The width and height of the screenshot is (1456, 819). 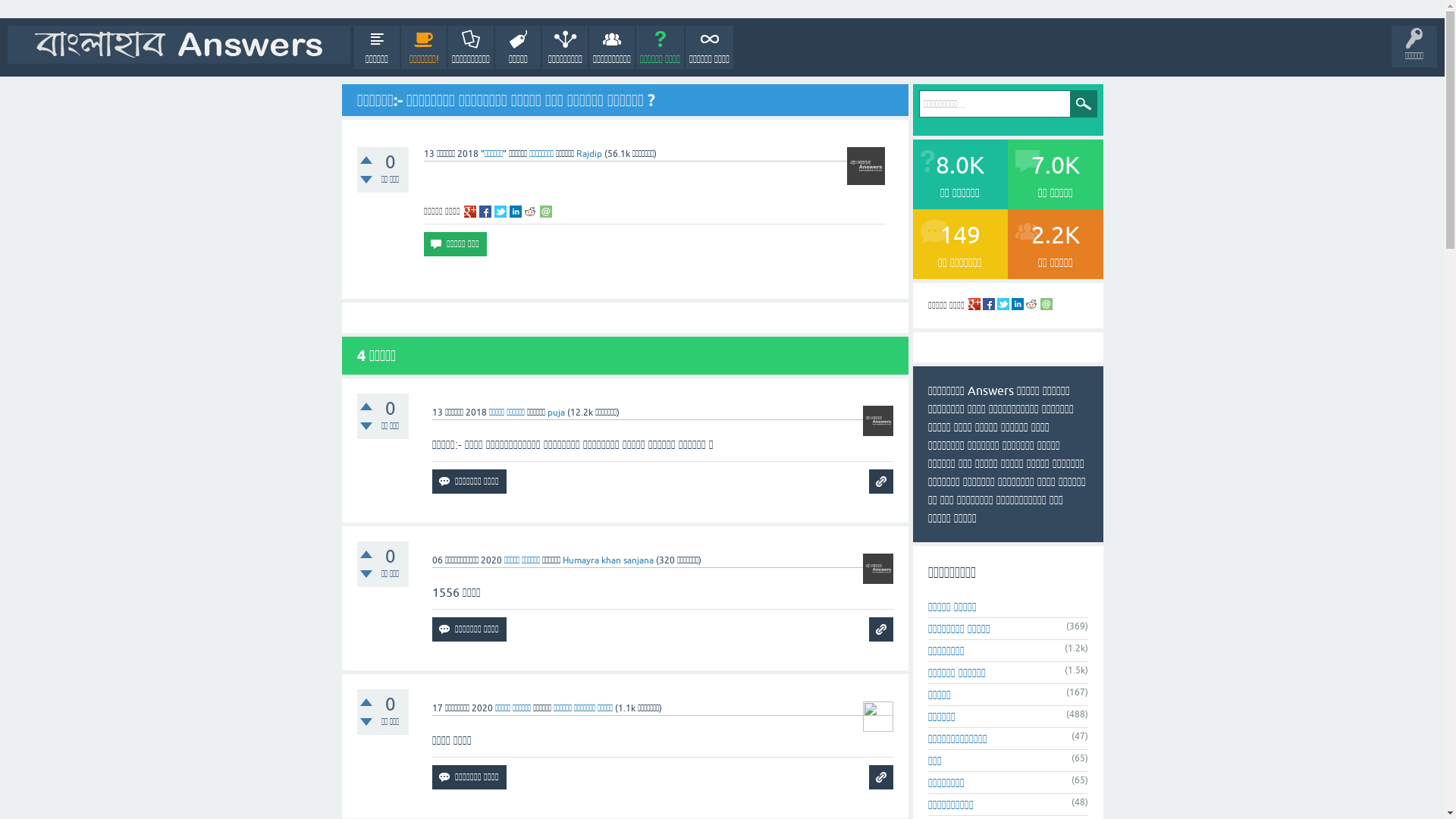 What do you see at coordinates (607, 560) in the screenshot?
I see `'Humayra khan sanjana'` at bounding box center [607, 560].